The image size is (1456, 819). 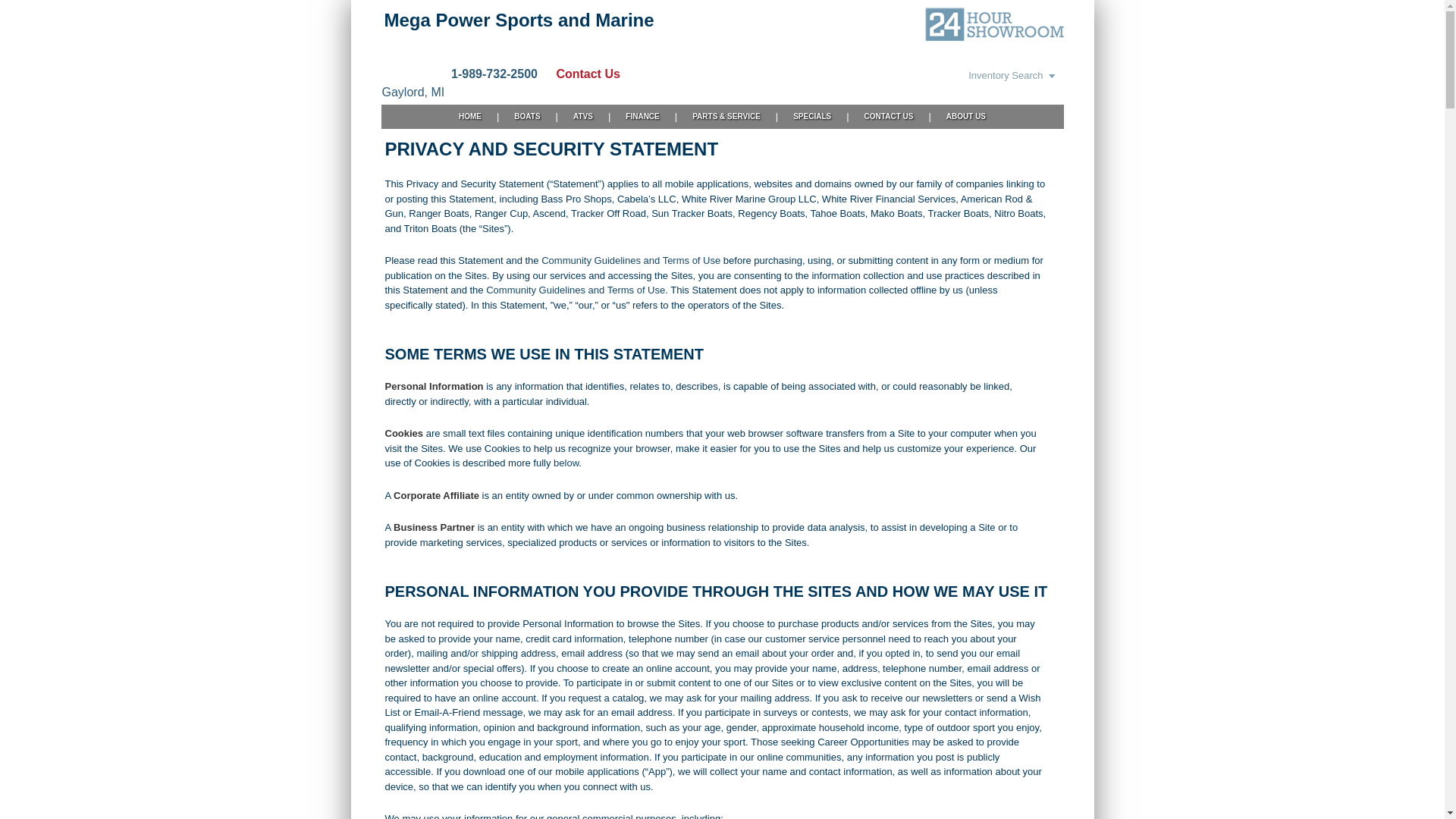 I want to click on 'ATVS', so click(x=582, y=116).